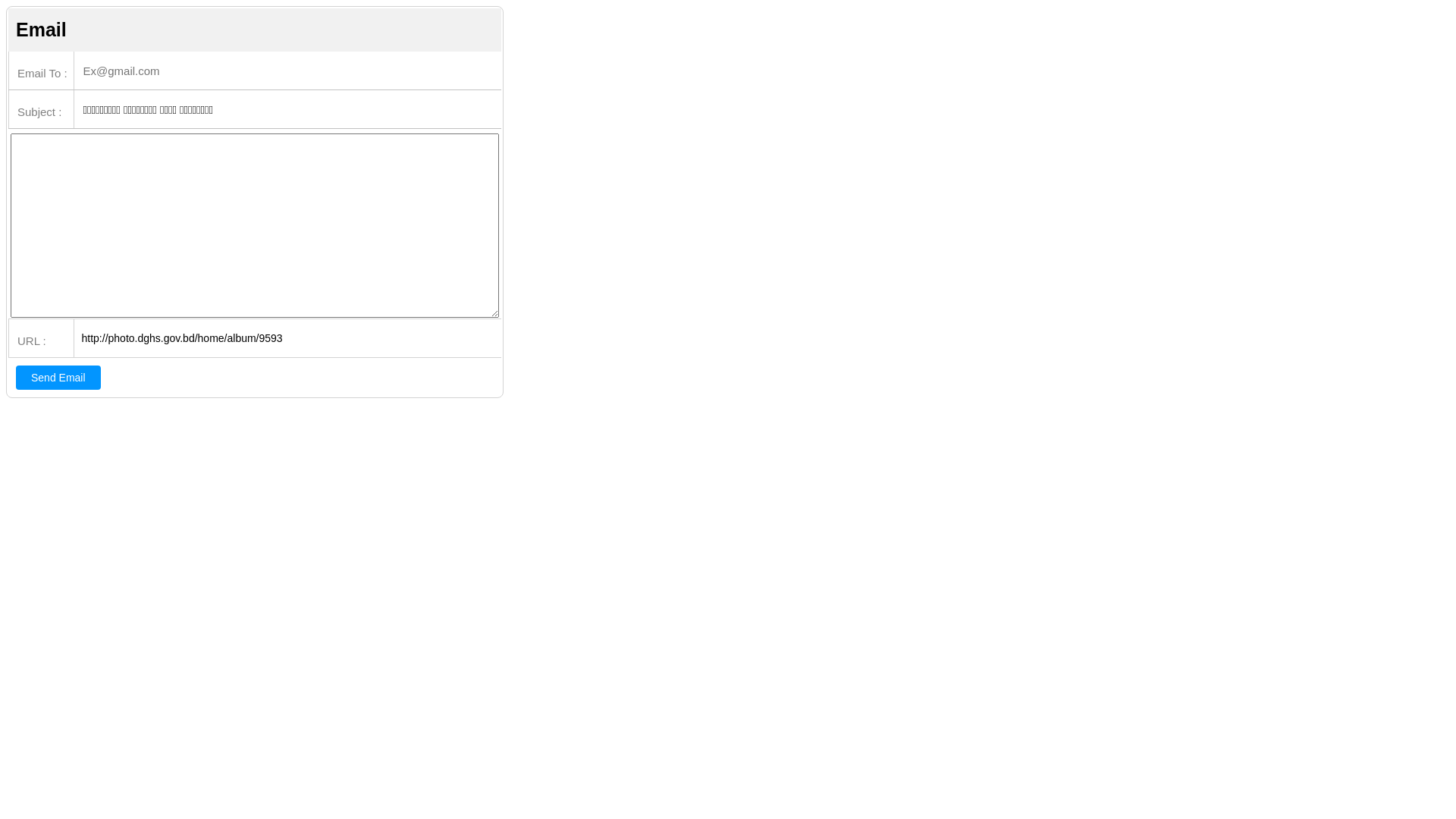 This screenshot has height=819, width=1456. I want to click on 'Send Email', so click(58, 376).